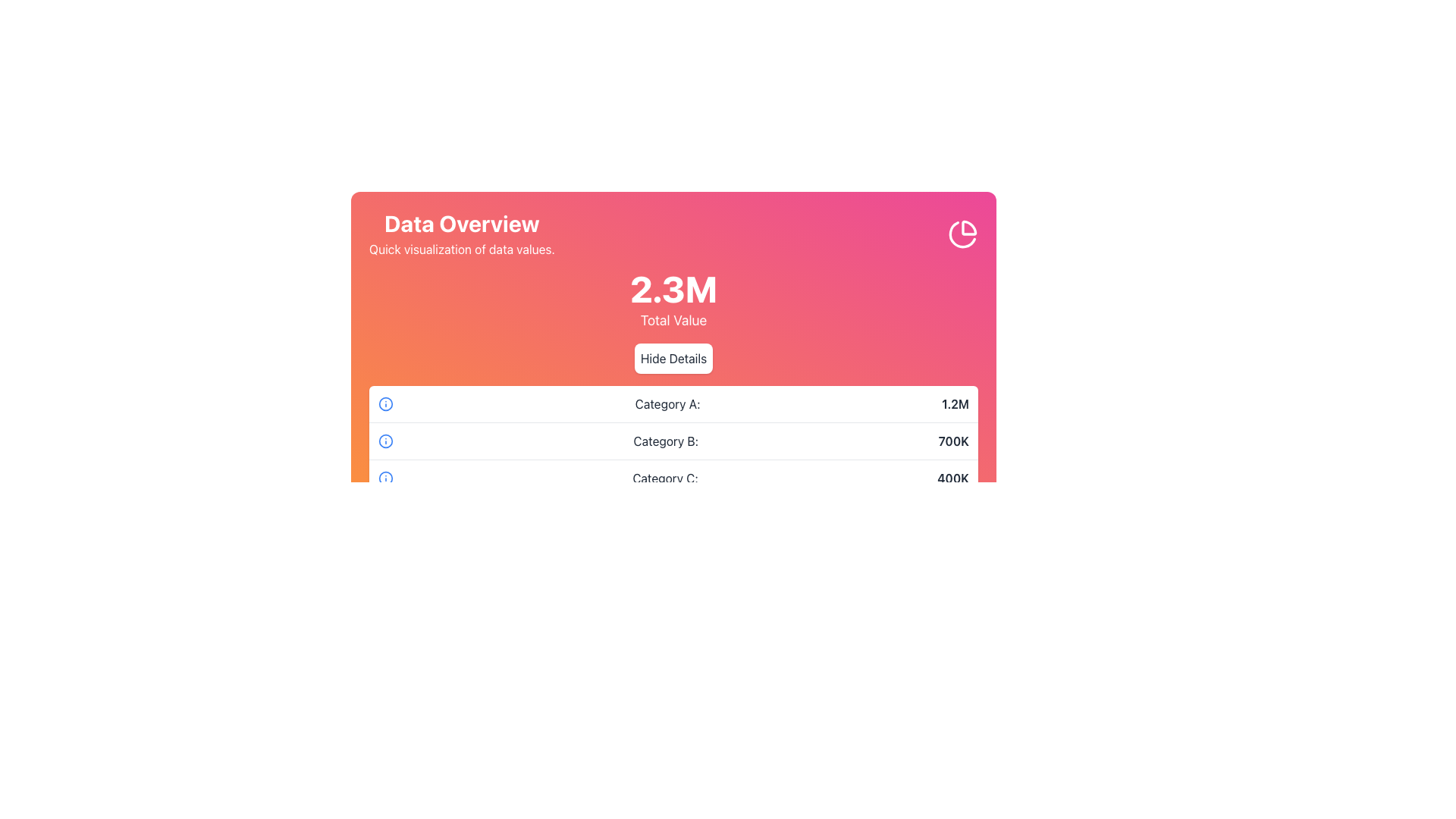 This screenshot has width=1456, height=819. What do you see at coordinates (952, 479) in the screenshot?
I see `the static text displaying the numerical value for 'Category C', which is positioned to the far right of the row labeled 'Category C:' and serves an informational purpose` at bounding box center [952, 479].